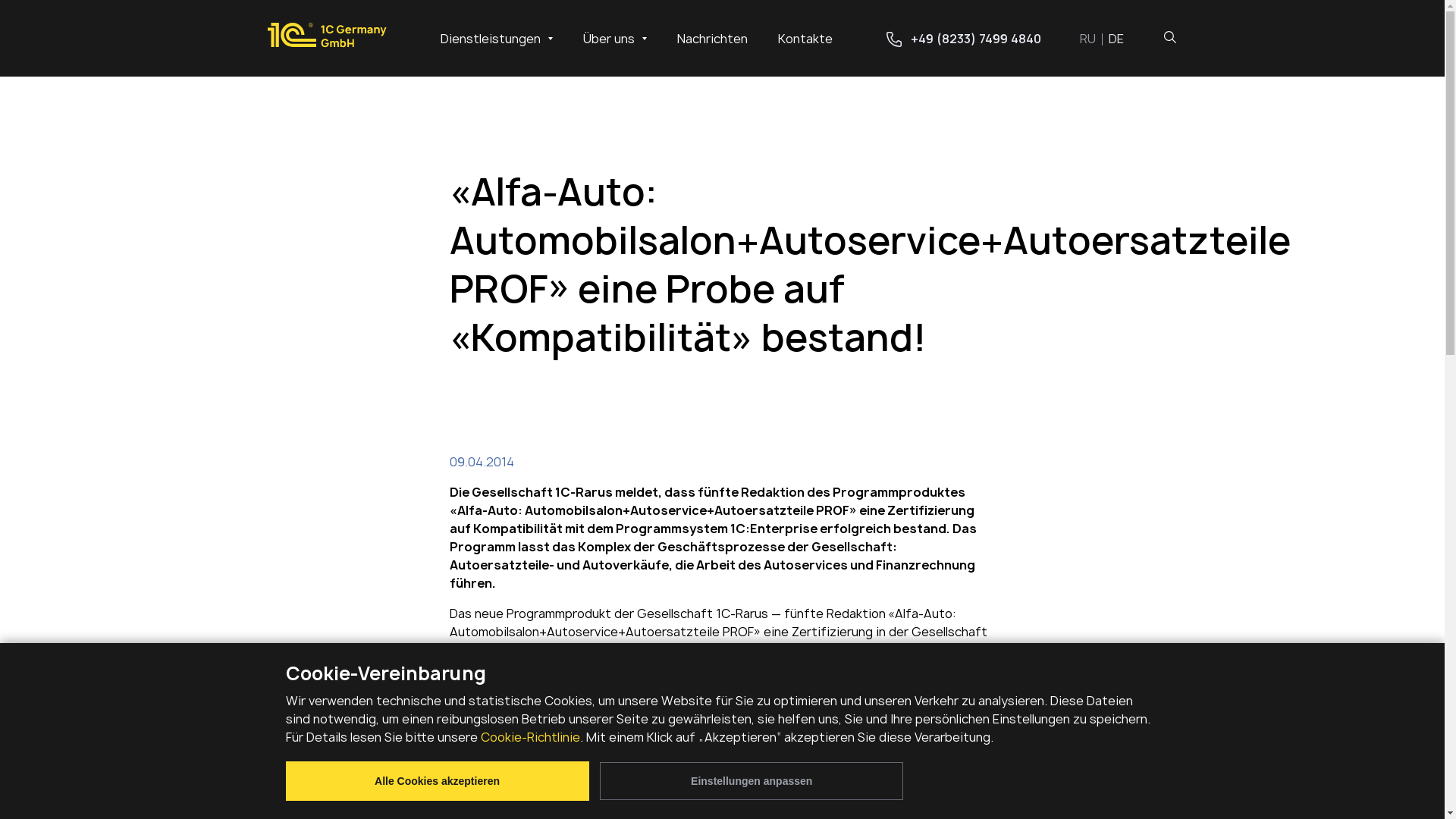 This screenshot has width=1456, height=819. Describe the element at coordinates (1116, 37) in the screenshot. I see `'DE'` at that location.